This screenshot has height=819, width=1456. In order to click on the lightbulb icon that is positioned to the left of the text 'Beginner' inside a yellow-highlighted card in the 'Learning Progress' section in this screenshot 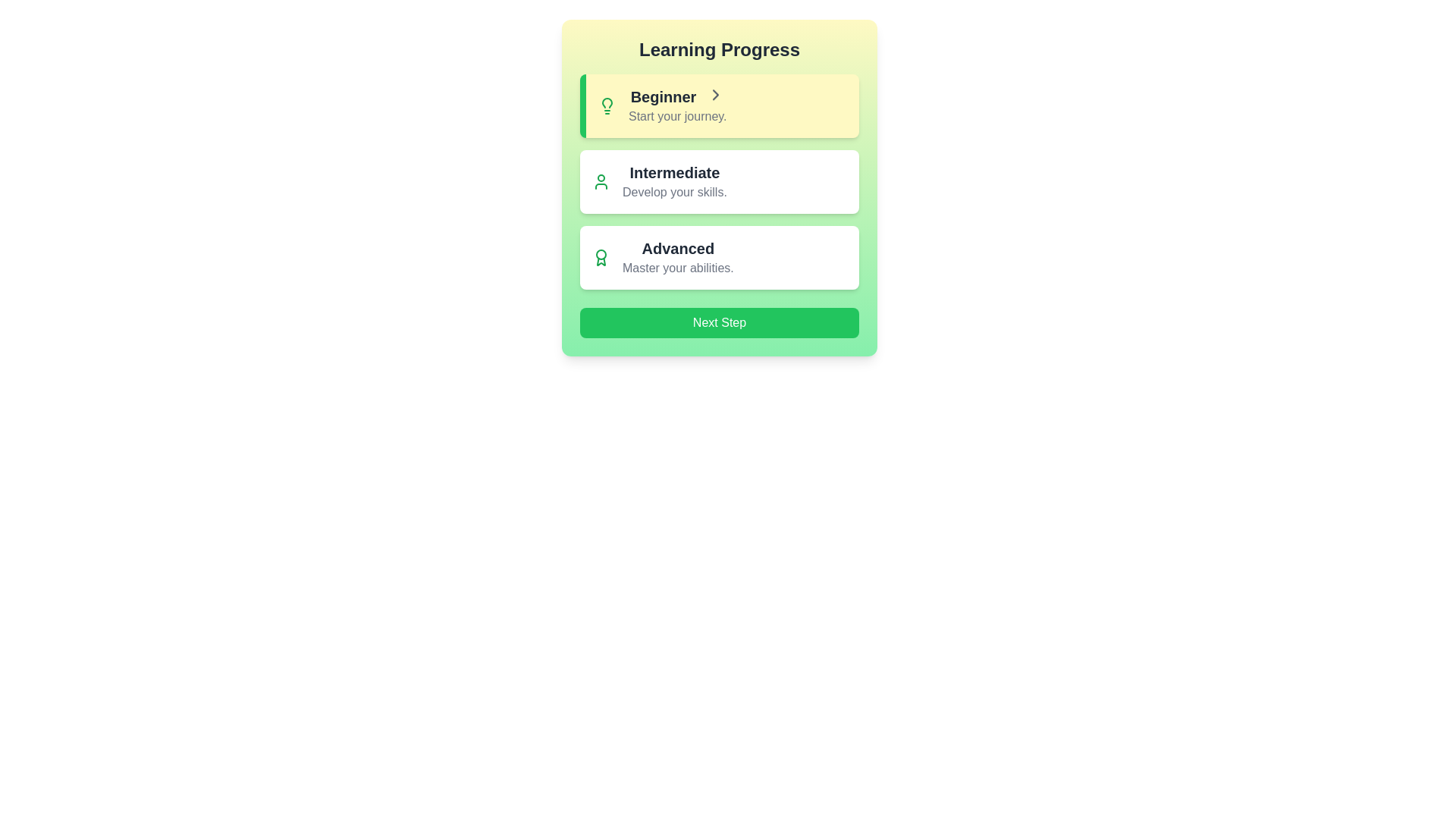, I will do `click(607, 105)`.